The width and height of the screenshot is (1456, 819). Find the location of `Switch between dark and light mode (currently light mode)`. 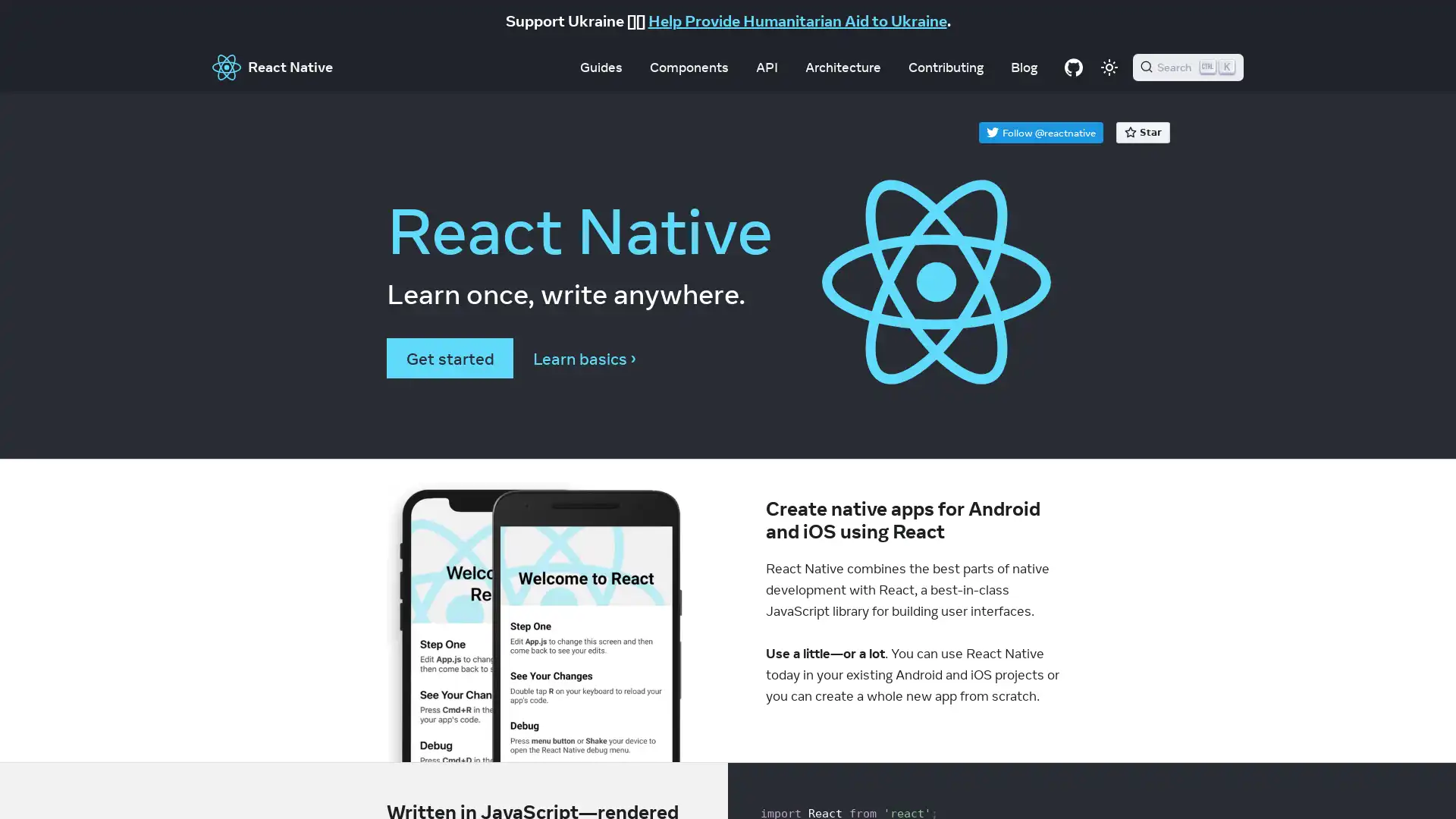

Switch between dark and light mode (currently light mode) is located at coordinates (1109, 66).